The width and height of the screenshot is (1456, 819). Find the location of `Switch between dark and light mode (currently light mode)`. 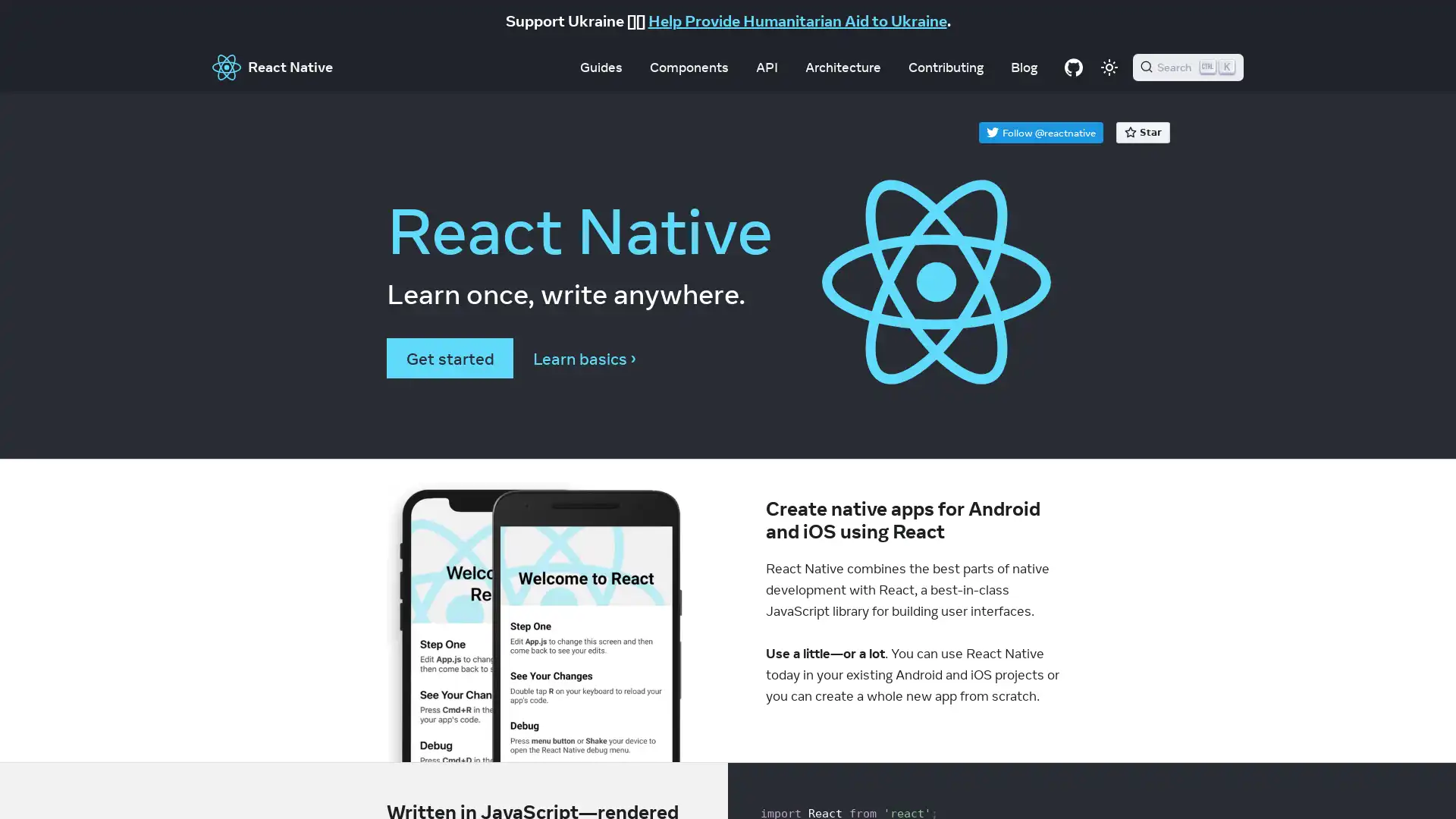

Switch between dark and light mode (currently light mode) is located at coordinates (1109, 66).